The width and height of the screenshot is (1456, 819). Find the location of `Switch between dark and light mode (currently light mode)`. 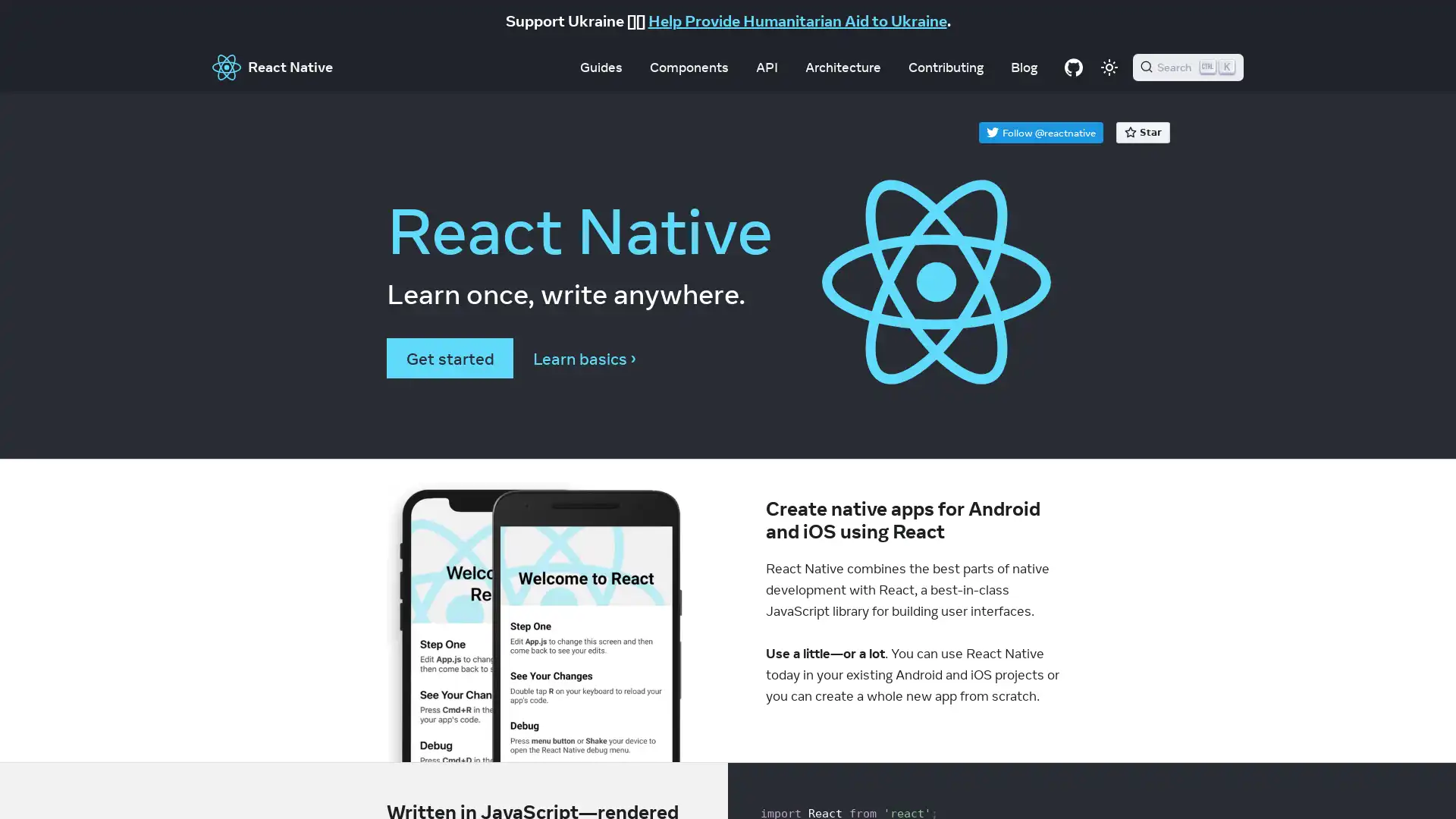

Switch between dark and light mode (currently light mode) is located at coordinates (1109, 66).